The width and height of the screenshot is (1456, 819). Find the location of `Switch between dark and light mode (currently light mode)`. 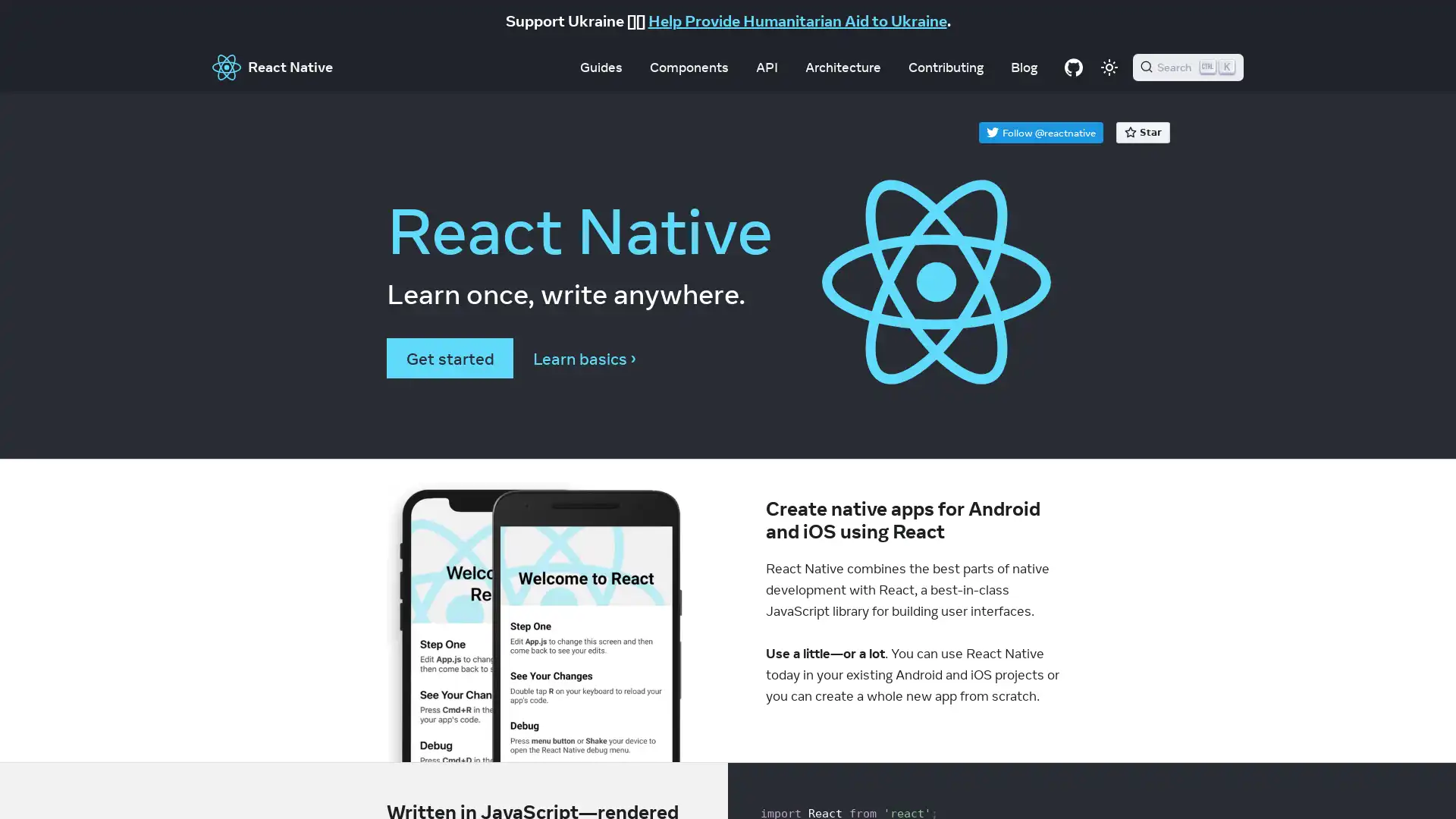

Switch between dark and light mode (currently light mode) is located at coordinates (1109, 66).